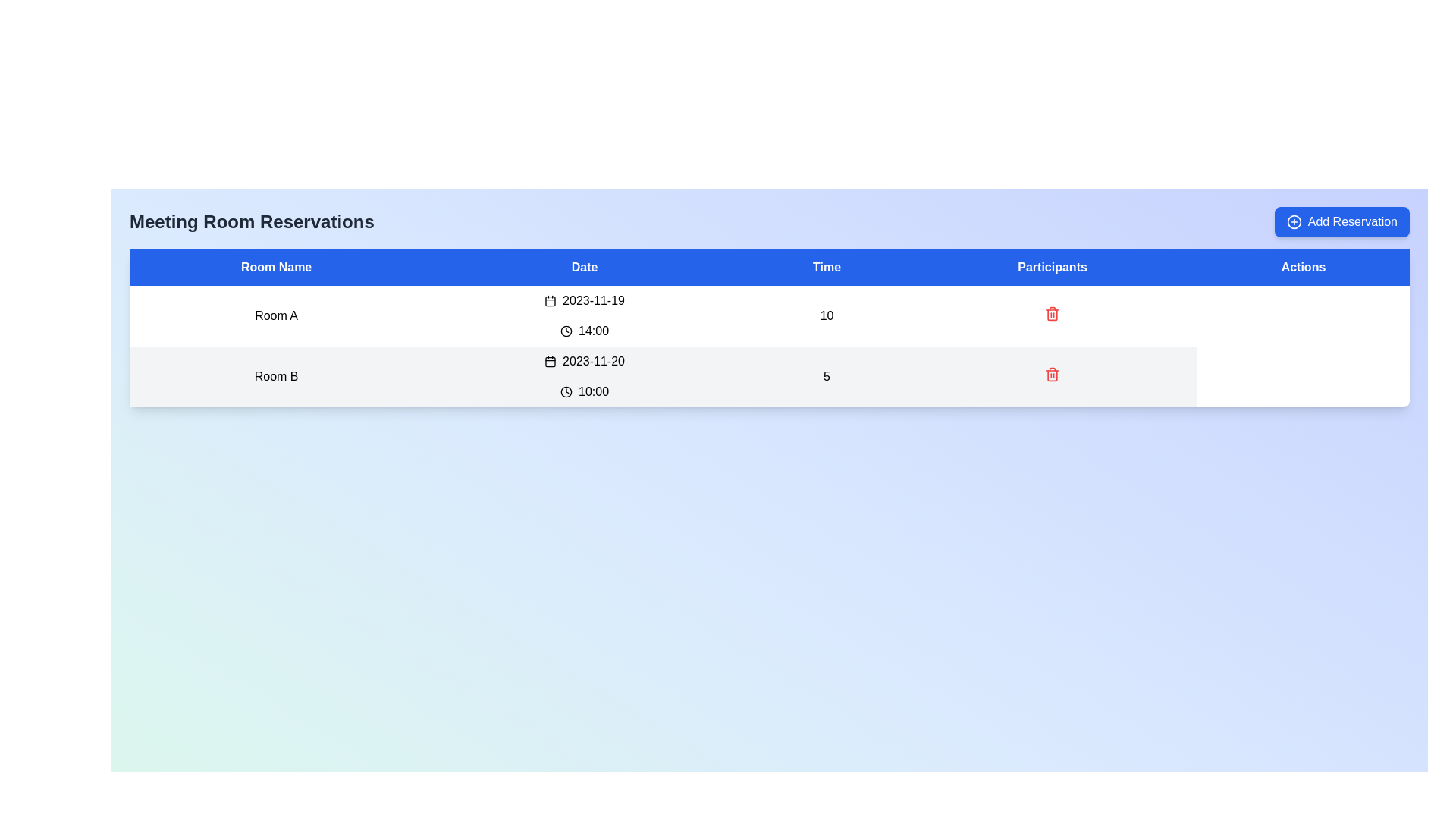 Image resolution: width=1456 pixels, height=819 pixels. Describe the element at coordinates (769, 315) in the screenshot. I see `the reservation details row for 'Room A' in the data table` at that location.